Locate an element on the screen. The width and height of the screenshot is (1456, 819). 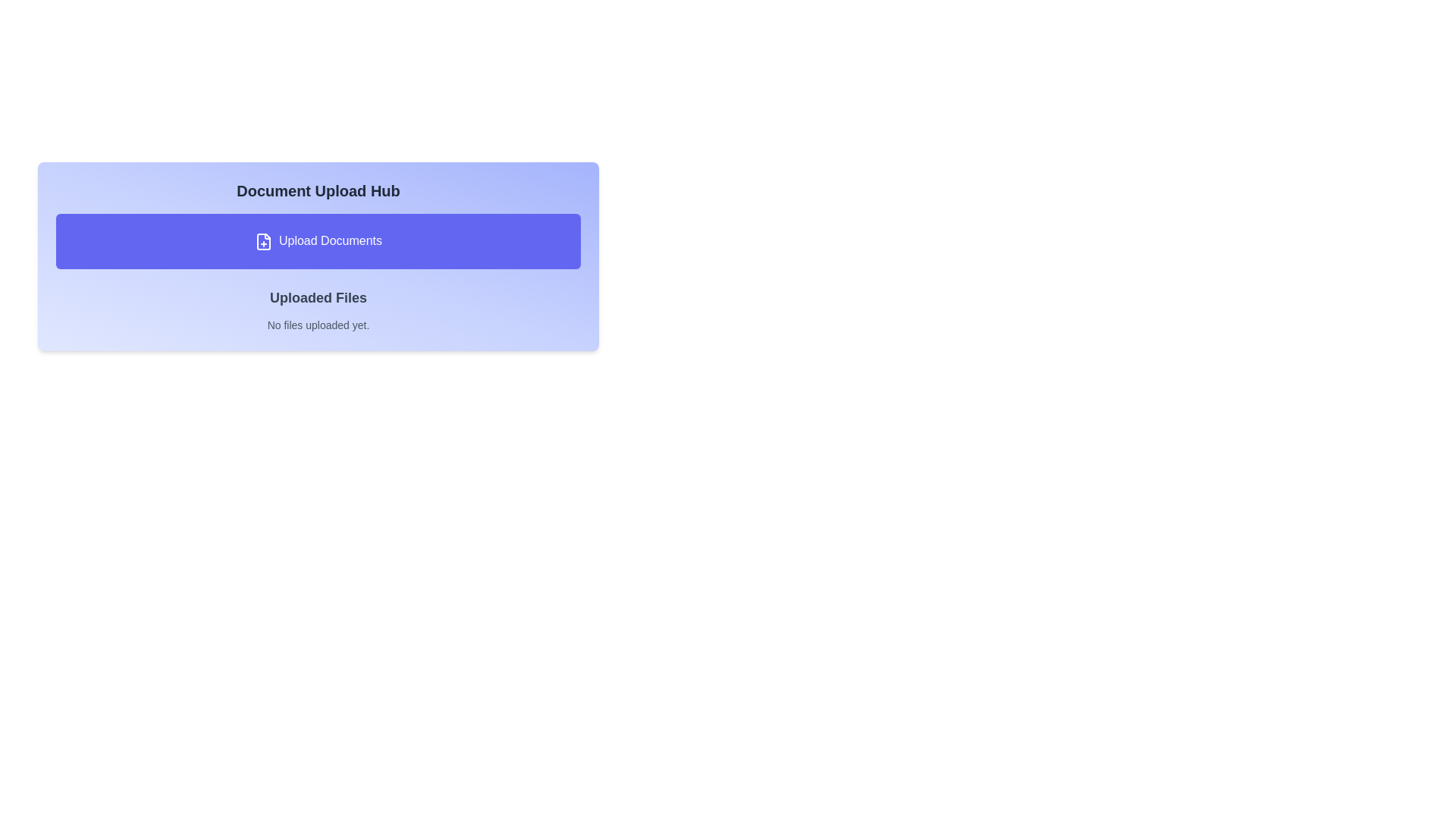
the icon located on the left side of the 'Upload Documents' button is located at coordinates (263, 240).